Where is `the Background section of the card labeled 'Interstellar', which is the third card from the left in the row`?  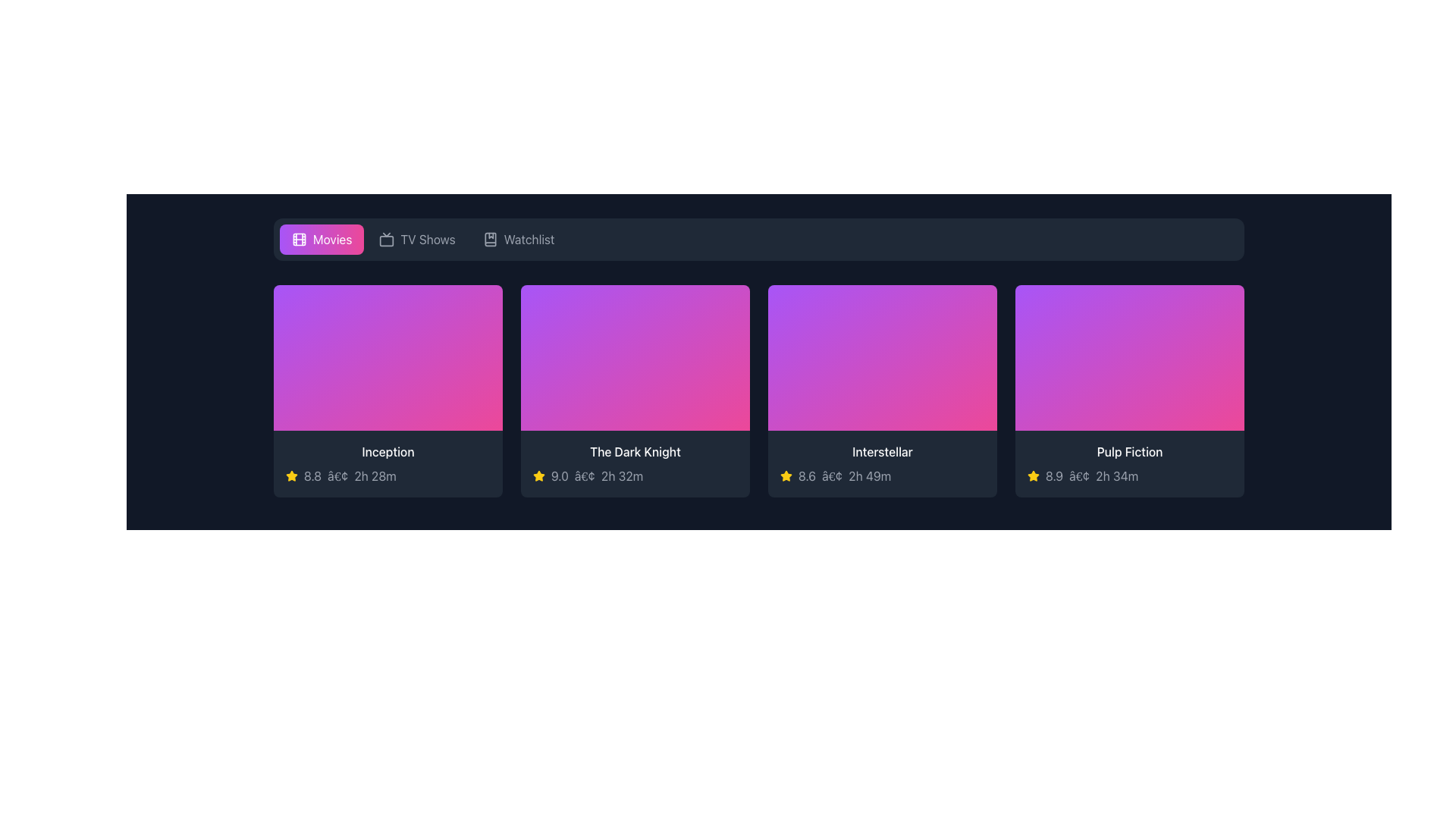 the Background section of the card labeled 'Interstellar', which is the third card from the left in the row is located at coordinates (882, 357).